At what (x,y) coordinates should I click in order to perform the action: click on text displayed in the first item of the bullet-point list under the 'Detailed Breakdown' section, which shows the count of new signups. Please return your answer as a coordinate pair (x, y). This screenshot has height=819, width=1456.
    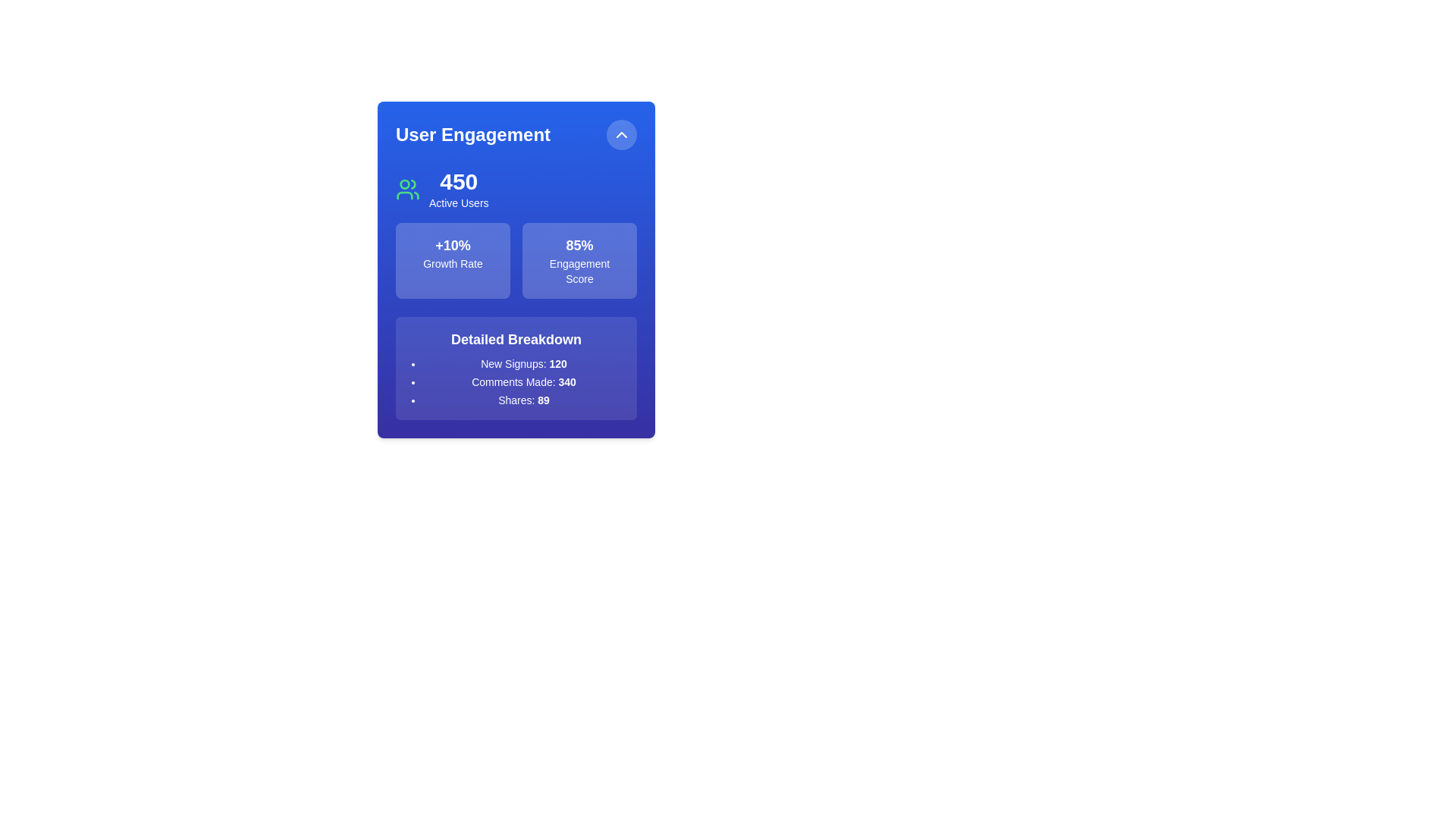
    Looking at the image, I should click on (524, 363).